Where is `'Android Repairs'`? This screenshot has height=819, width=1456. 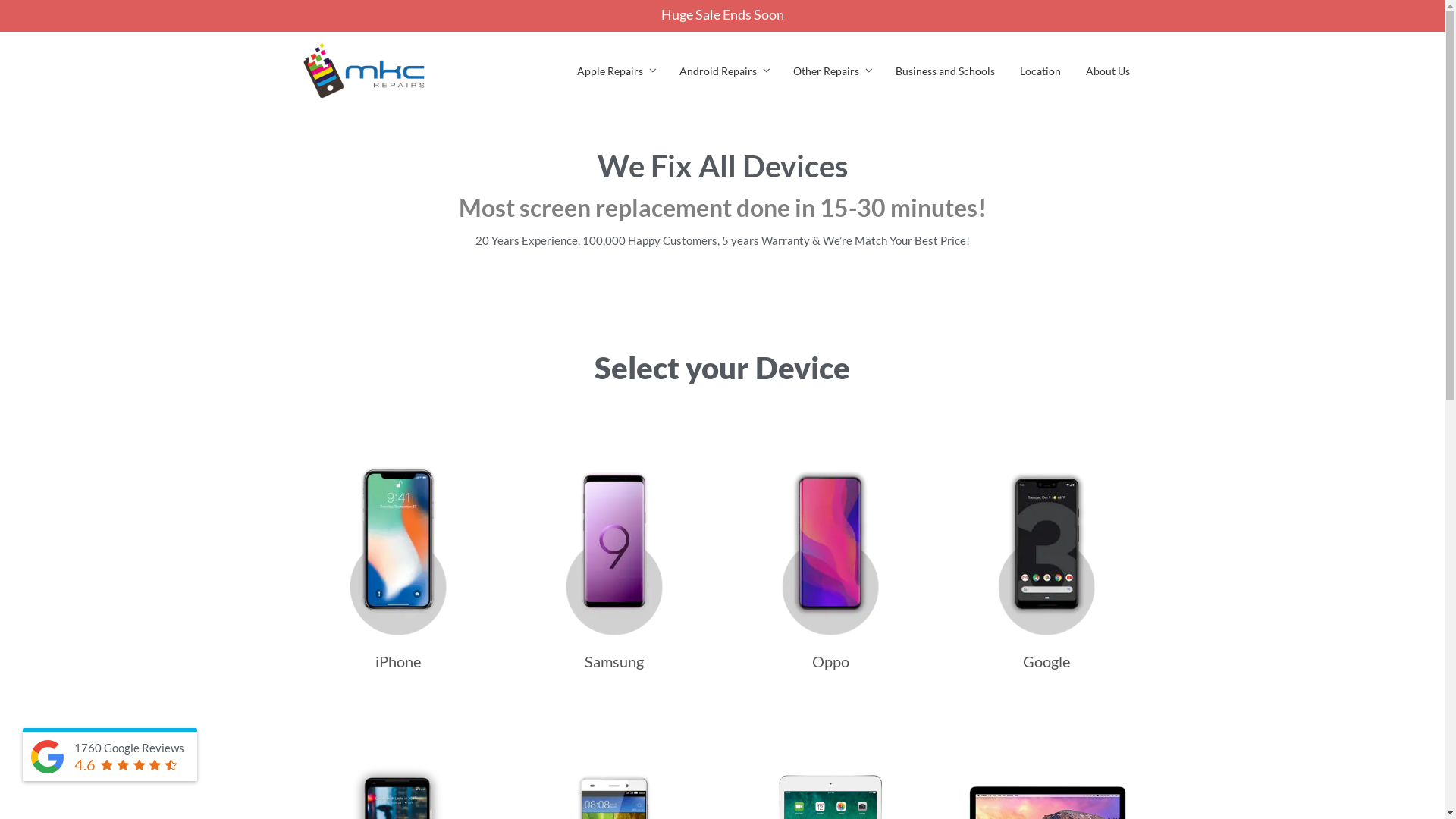
'Android Repairs' is located at coordinates (716, 71).